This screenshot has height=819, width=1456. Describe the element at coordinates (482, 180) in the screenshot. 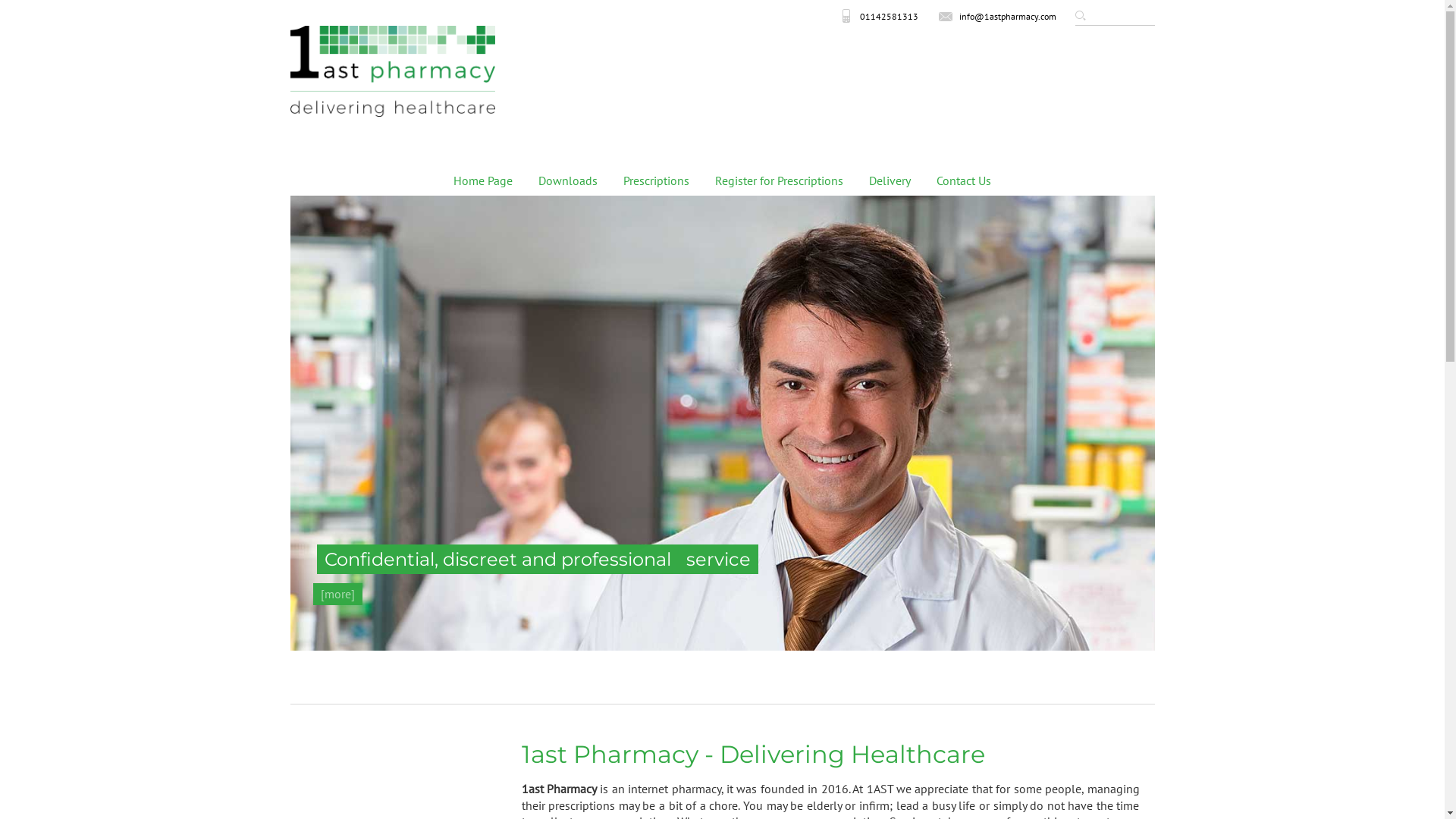

I see `'Home Page'` at that location.